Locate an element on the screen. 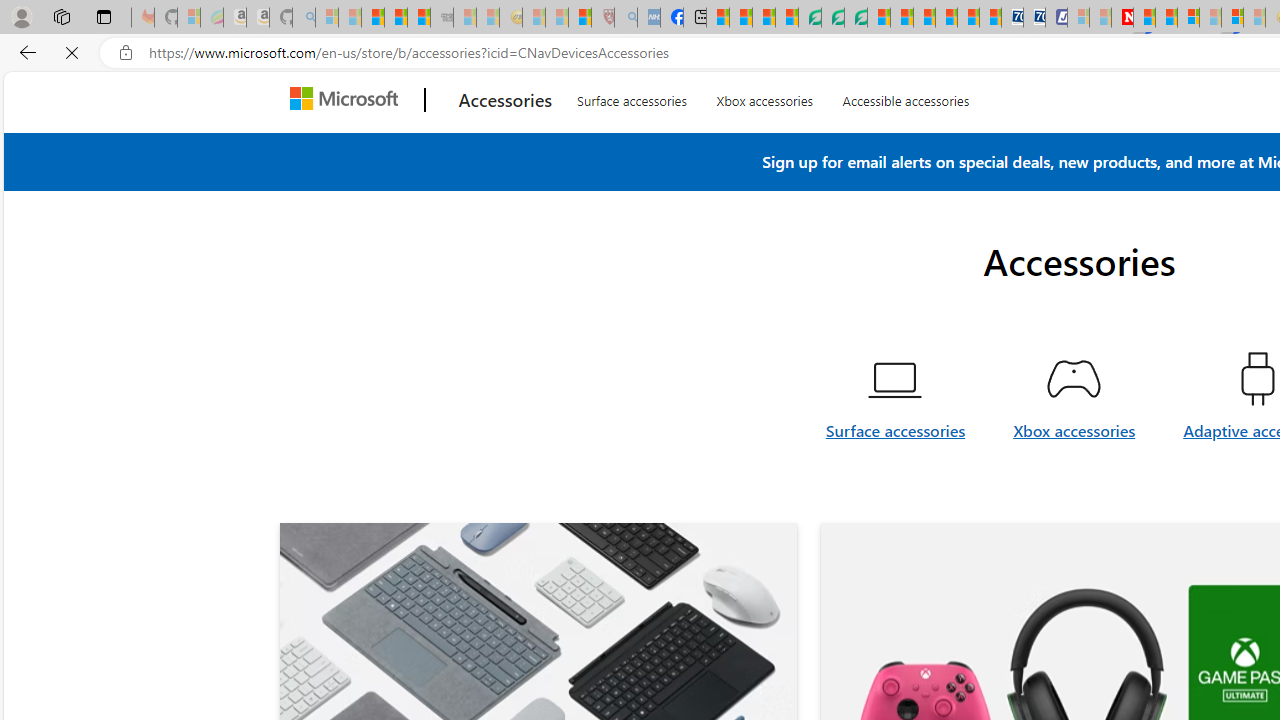 The width and height of the screenshot is (1280, 720). 'Terms of Use Agreement' is located at coordinates (832, 17).